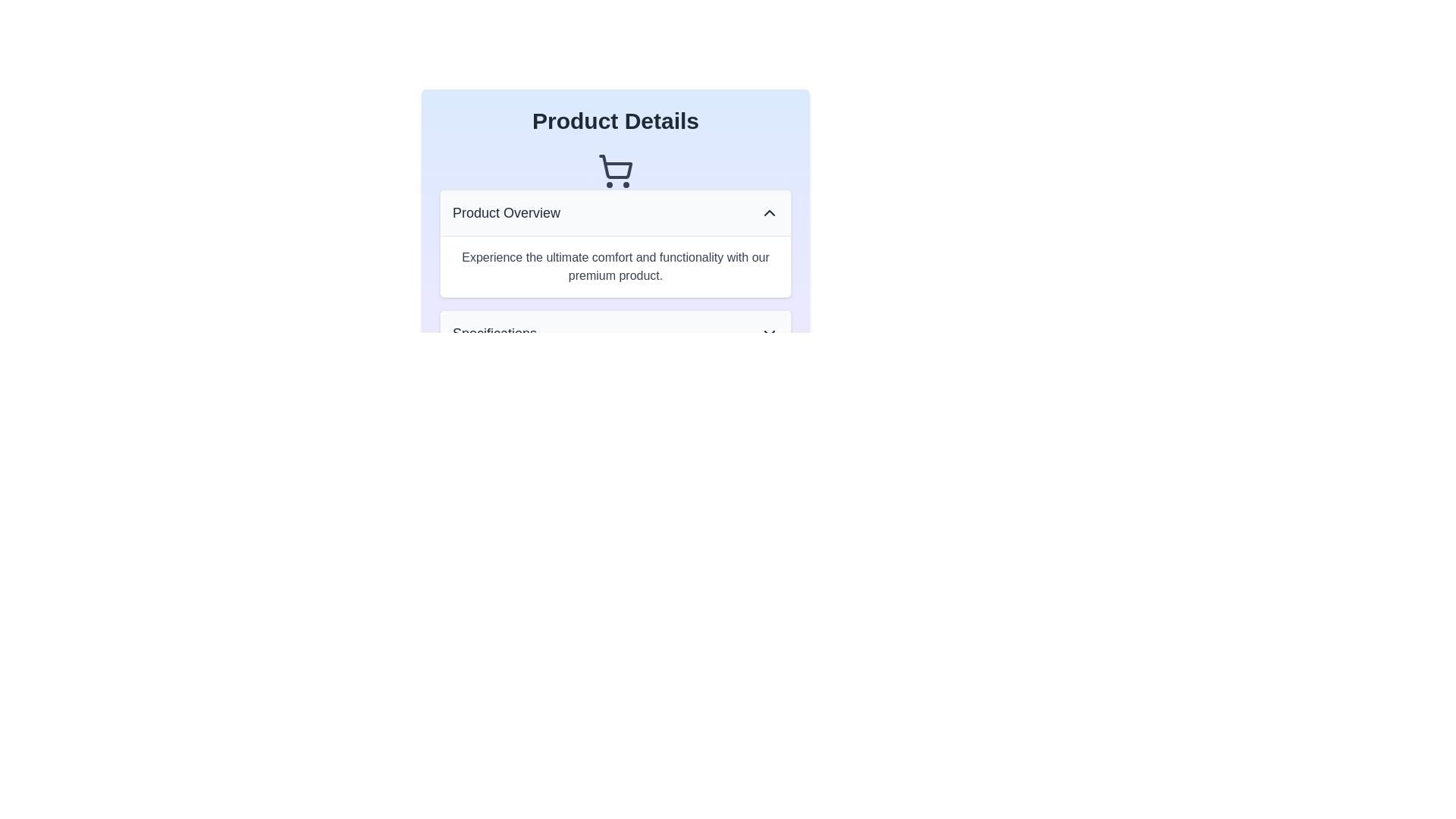 This screenshot has width=1456, height=819. I want to click on text content of the textual content block displaying 'Experience the ultimate comfort and functionality with our premium product.' located under the 'Product Overview' title section, so click(615, 265).